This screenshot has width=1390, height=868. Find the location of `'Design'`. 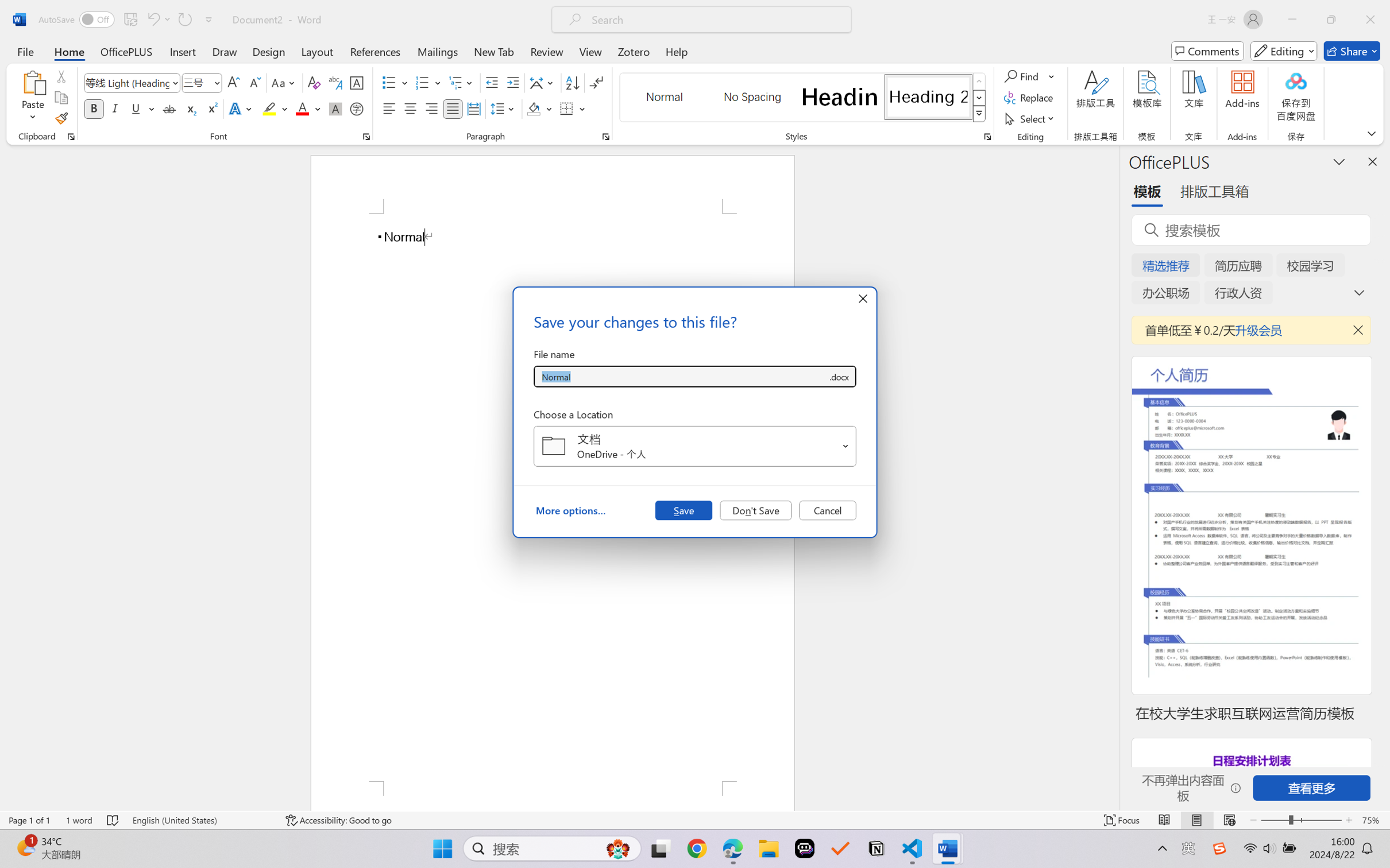

'Design' is located at coordinates (268, 51).